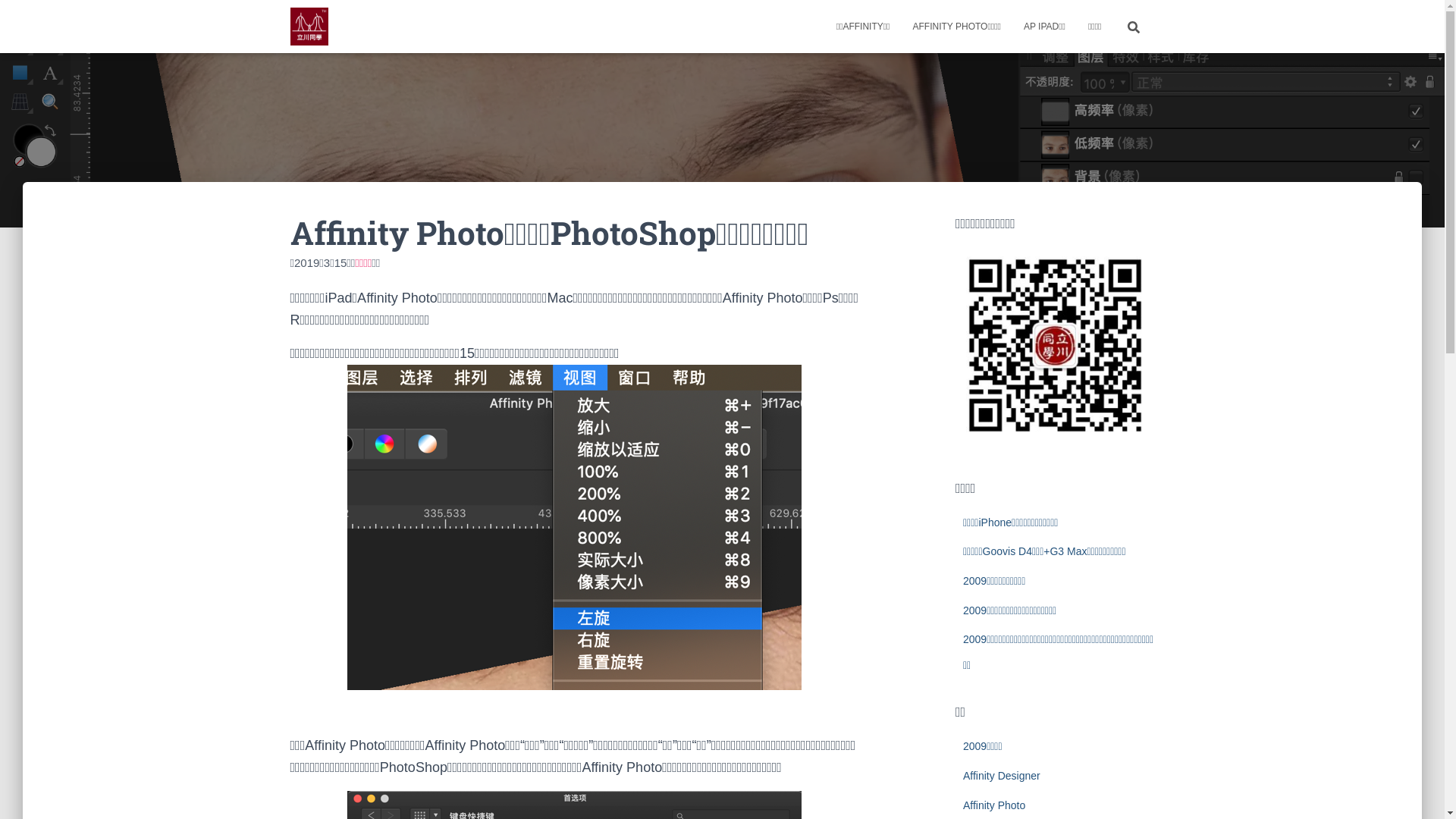 The height and width of the screenshot is (819, 1456). Describe the element at coordinates (993, 804) in the screenshot. I see `'Affinity Photo'` at that location.